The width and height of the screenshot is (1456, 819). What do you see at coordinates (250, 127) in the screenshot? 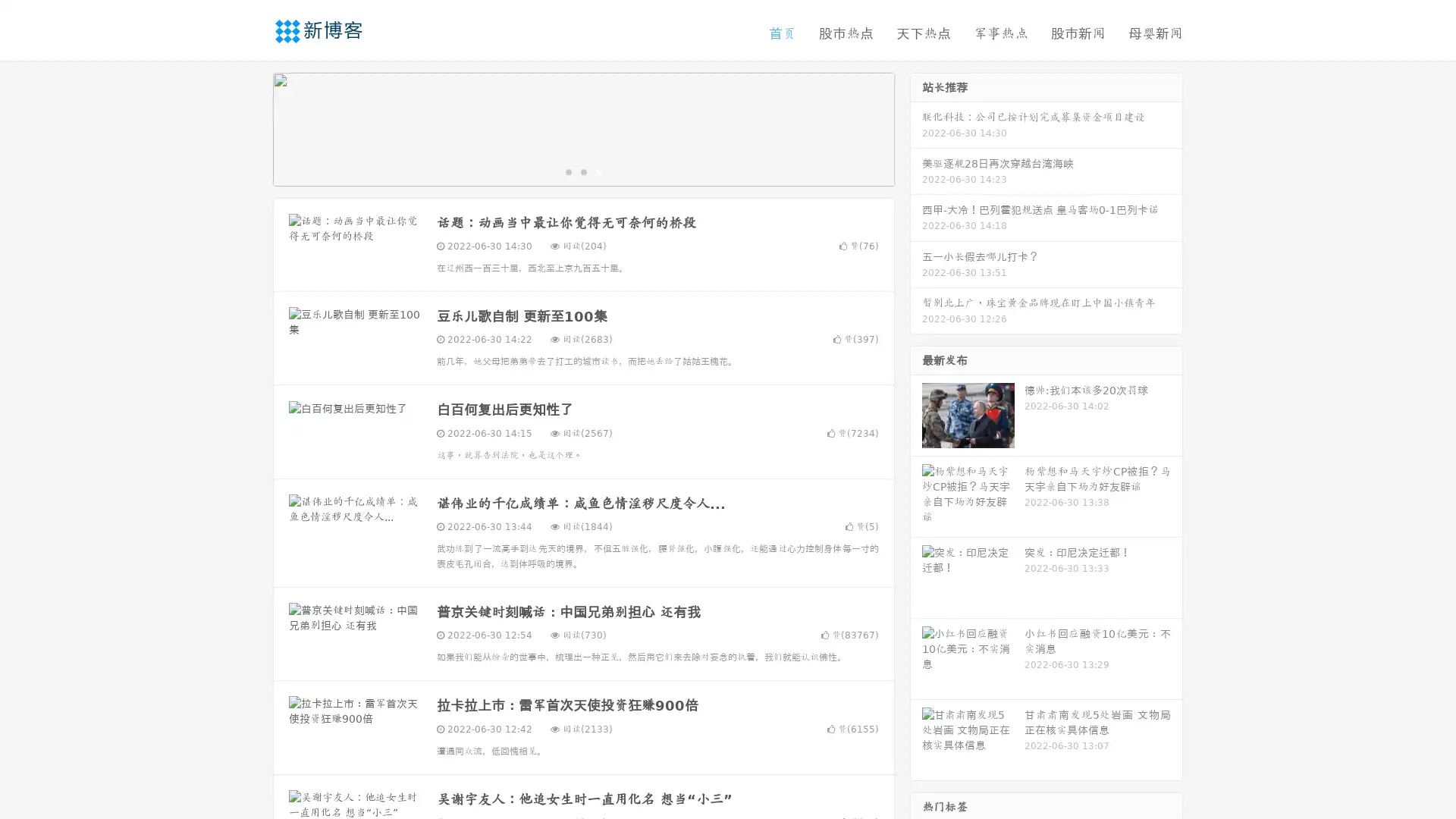
I see `Previous slide` at bounding box center [250, 127].